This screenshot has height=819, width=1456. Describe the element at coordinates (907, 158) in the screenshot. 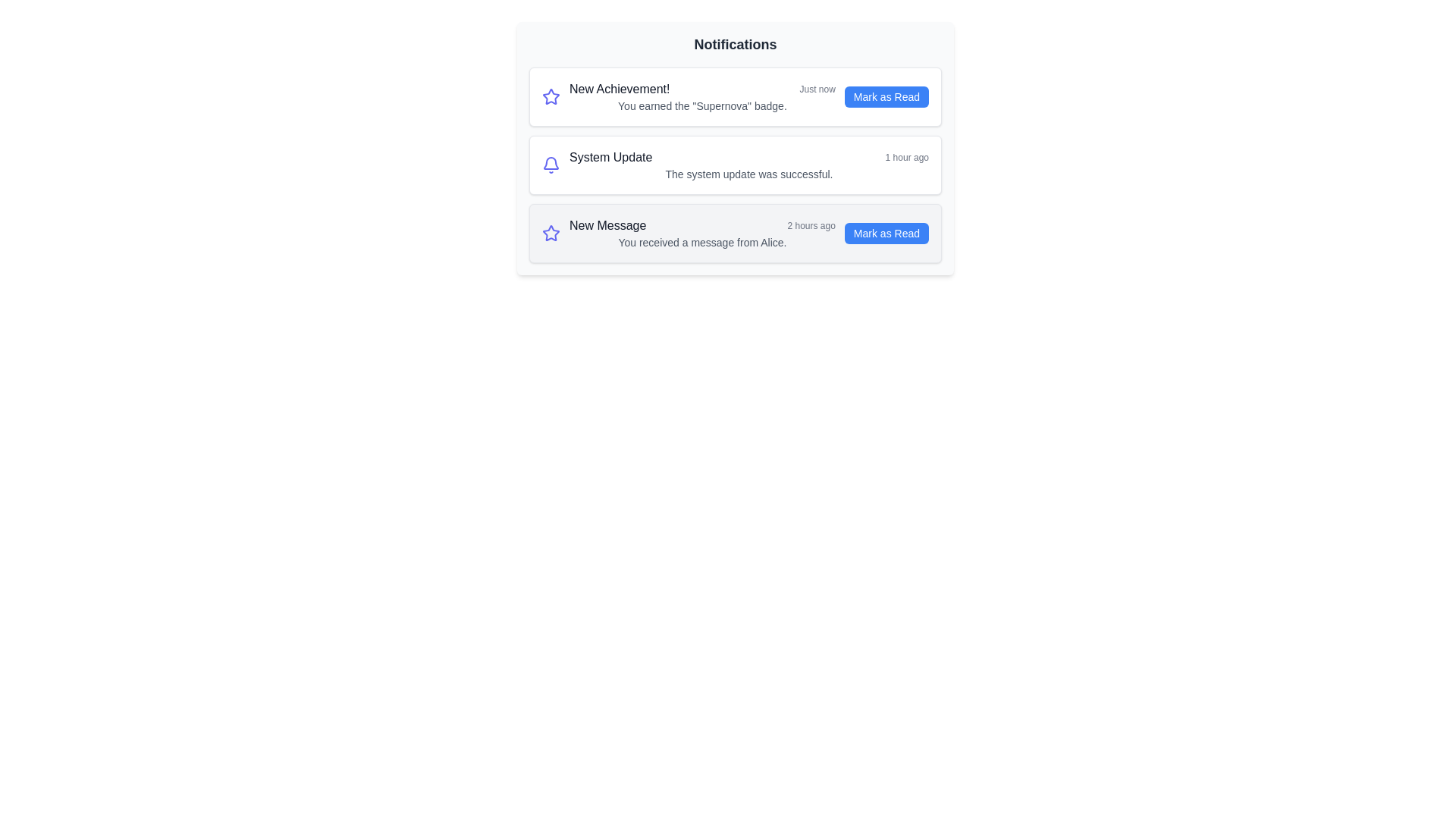

I see `the static text label displaying '1 hour ago', which is a small light gray colored text located towards the right end of the row containing the 'System Update' message` at that location.